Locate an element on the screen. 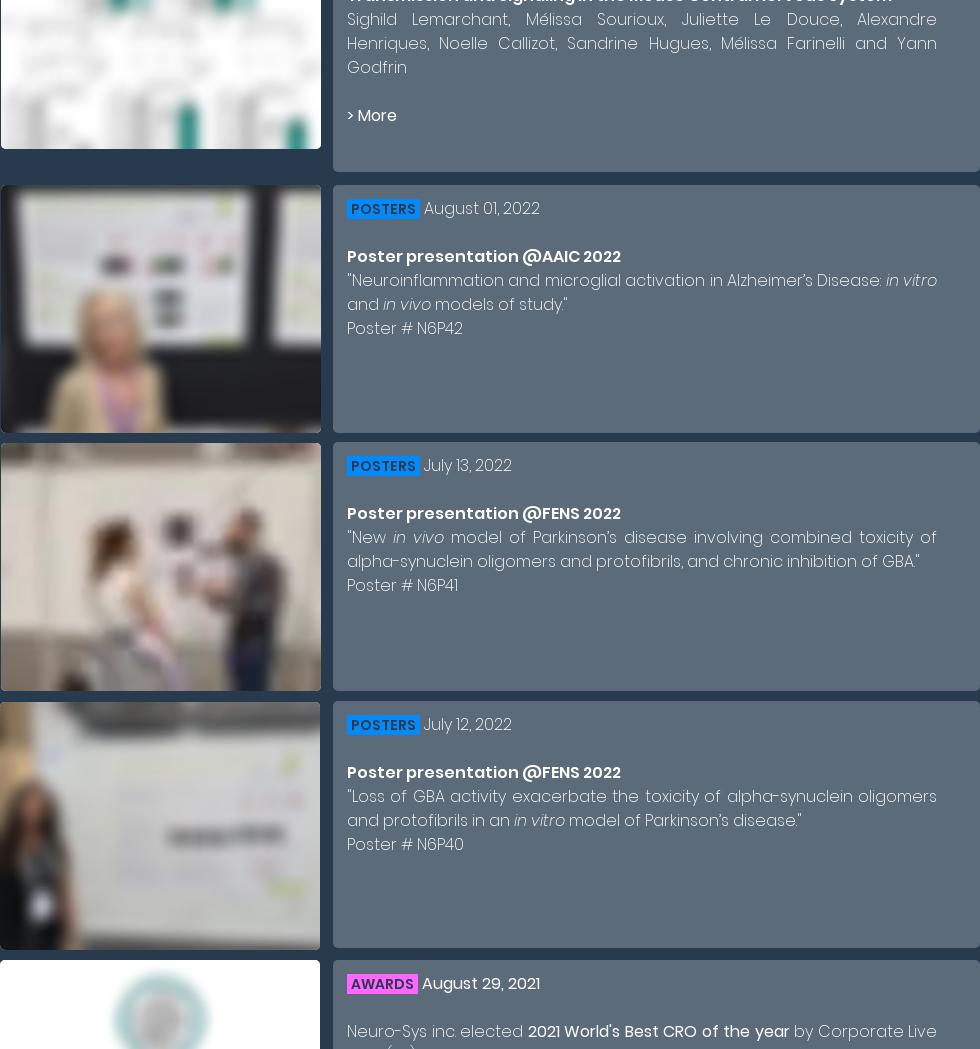  'More' is located at coordinates (357, 114).